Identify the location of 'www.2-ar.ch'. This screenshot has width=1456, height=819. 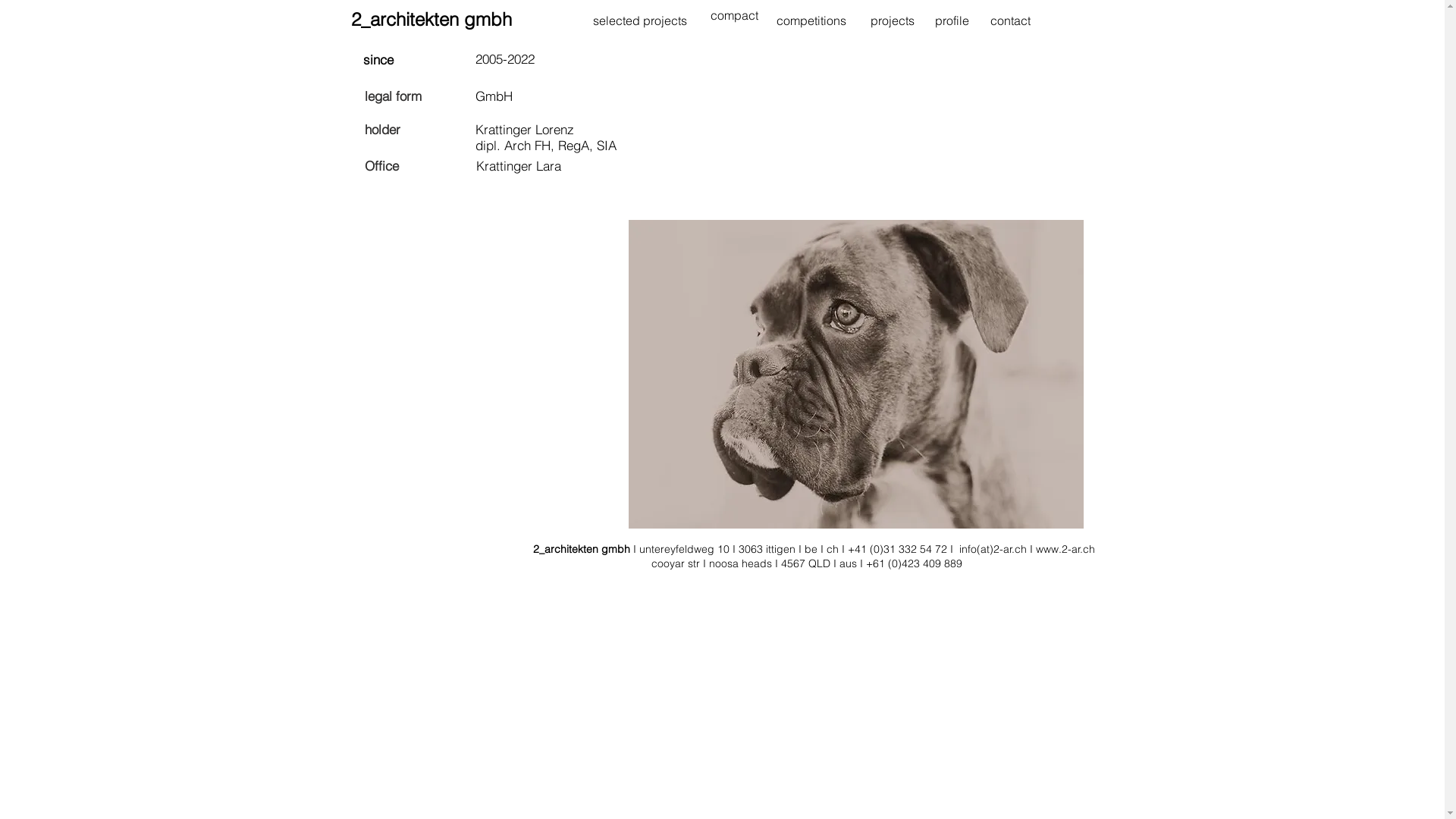
(1065, 549).